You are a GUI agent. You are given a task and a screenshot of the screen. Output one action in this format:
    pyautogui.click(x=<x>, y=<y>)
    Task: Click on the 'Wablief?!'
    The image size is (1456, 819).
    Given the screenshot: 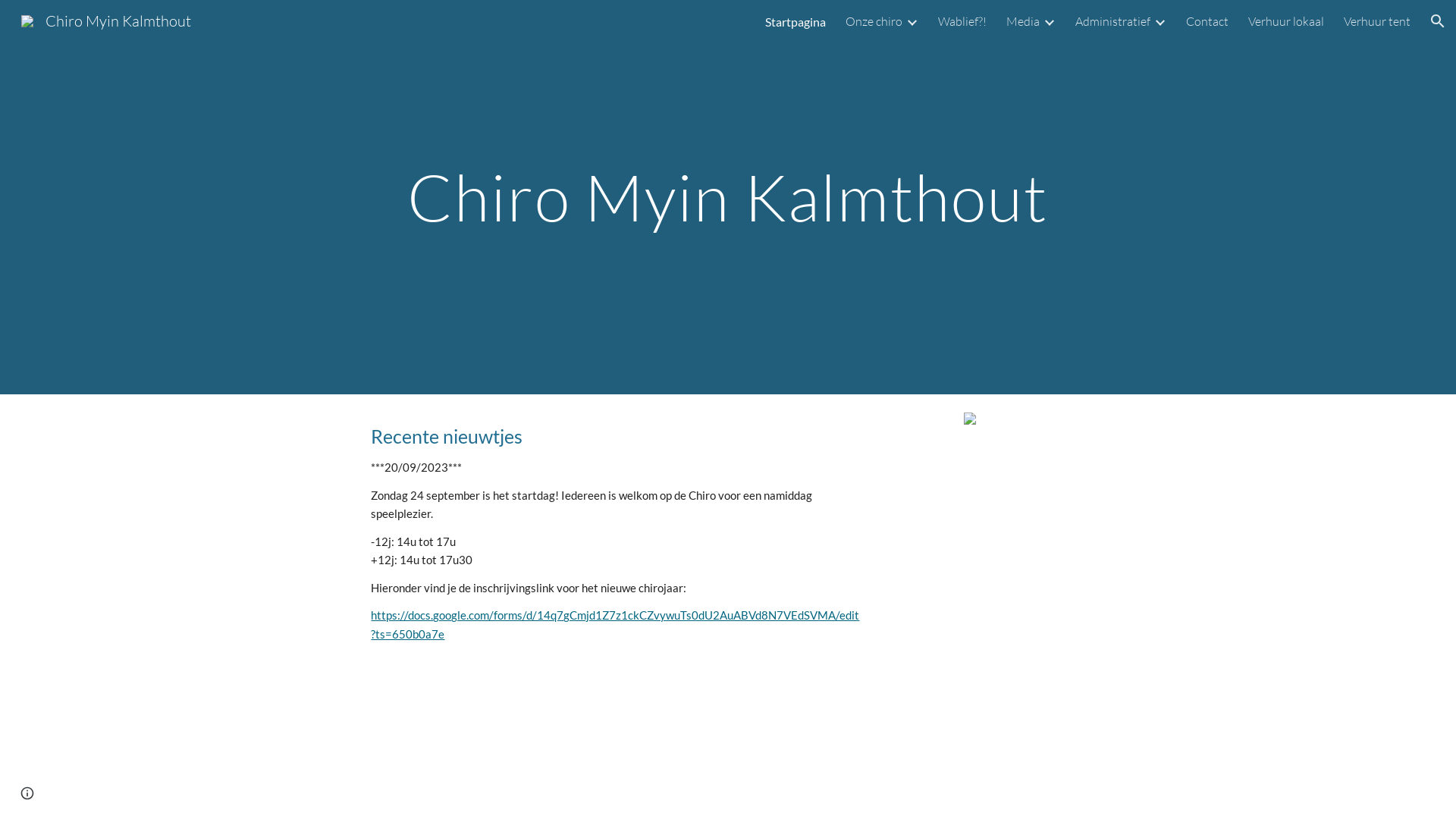 What is the action you would take?
    pyautogui.click(x=961, y=20)
    